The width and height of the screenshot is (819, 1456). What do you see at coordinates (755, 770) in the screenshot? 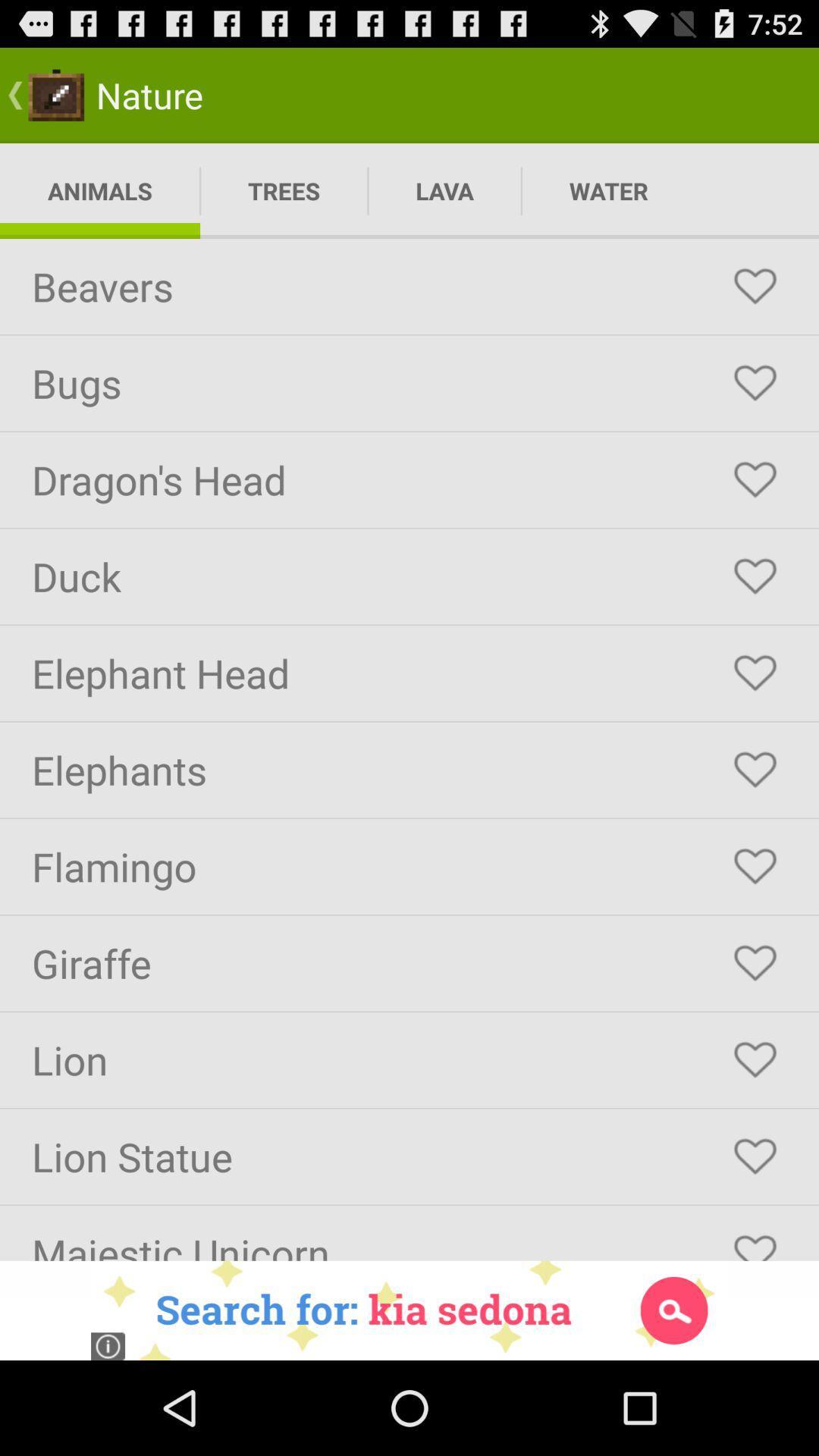
I see `hart button` at bounding box center [755, 770].